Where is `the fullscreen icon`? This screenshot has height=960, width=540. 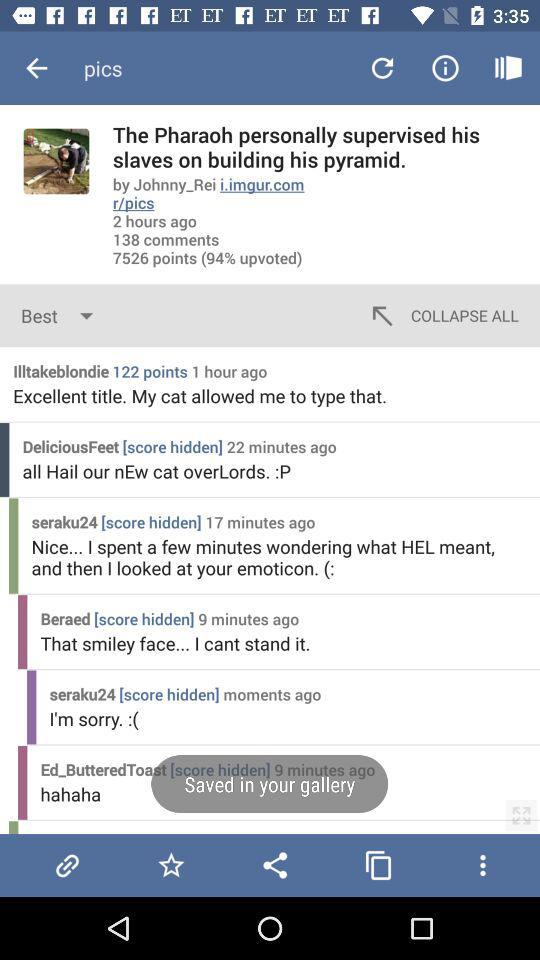
the fullscreen icon is located at coordinates (521, 815).